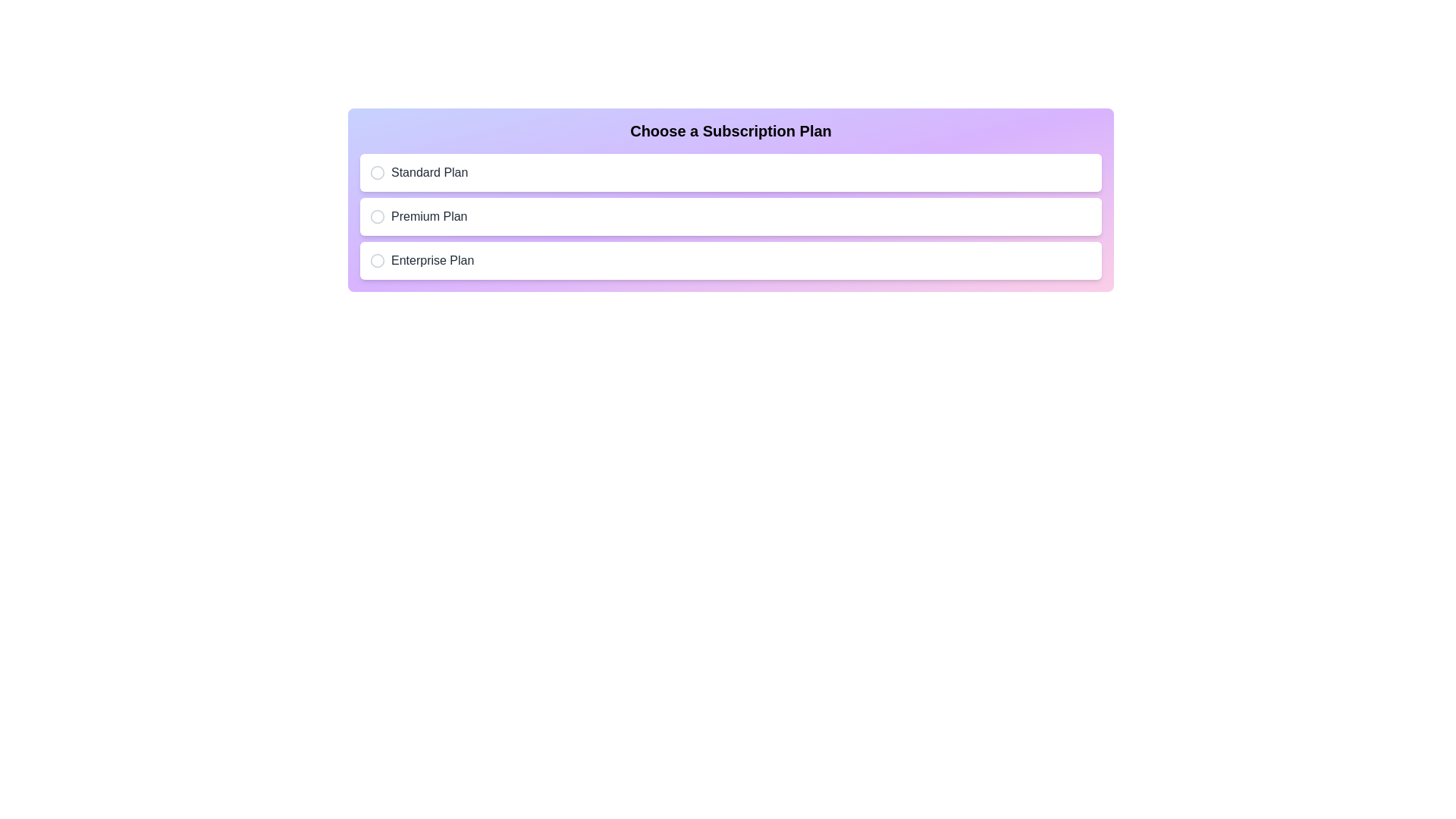 The width and height of the screenshot is (1456, 819). What do you see at coordinates (378, 171) in the screenshot?
I see `the circular radio button indicator next to the 'Standard Plan' option` at bounding box center [378, 171].